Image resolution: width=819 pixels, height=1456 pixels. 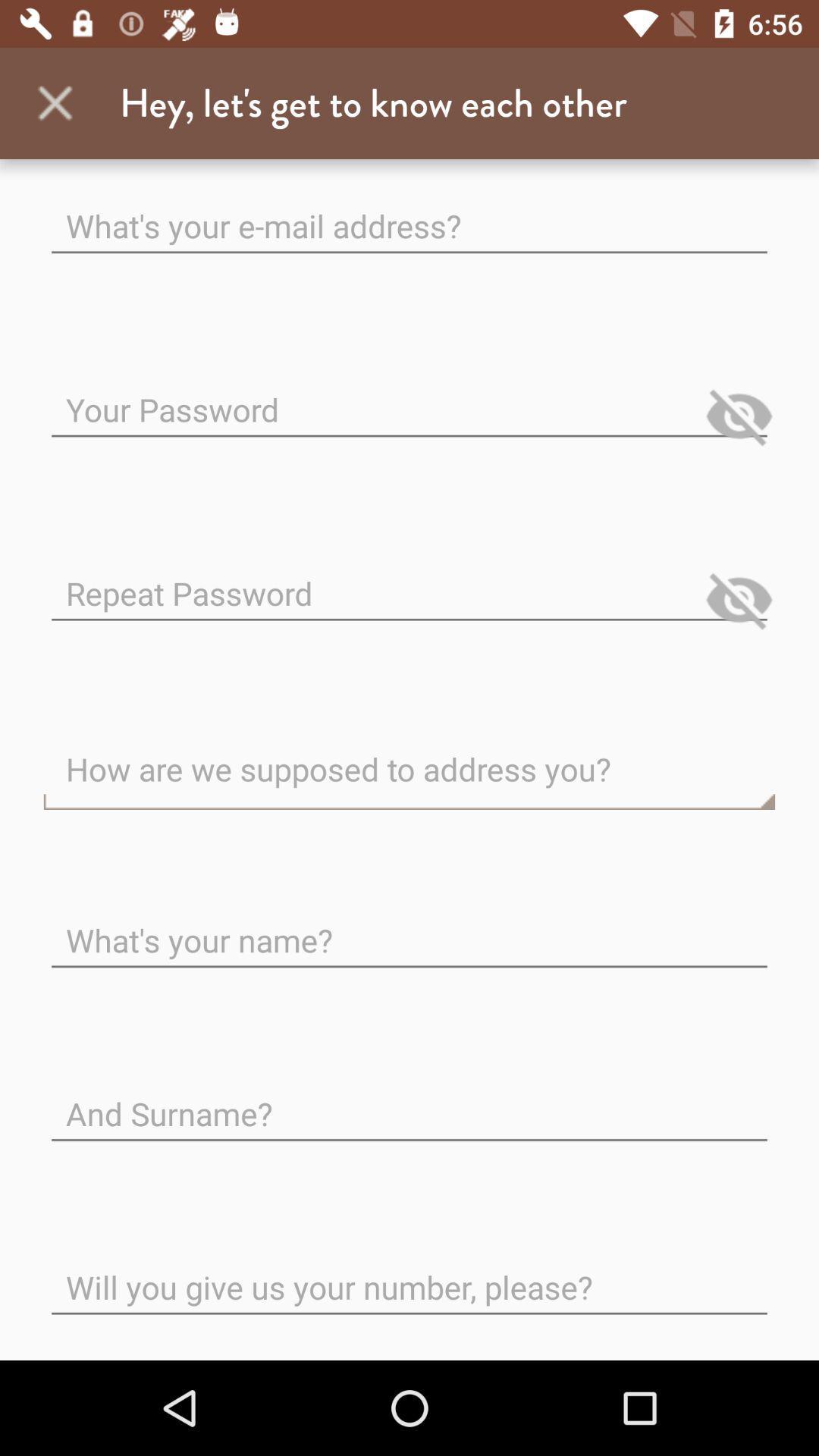 I want to click on fill the password, so click(x=409, y=397).